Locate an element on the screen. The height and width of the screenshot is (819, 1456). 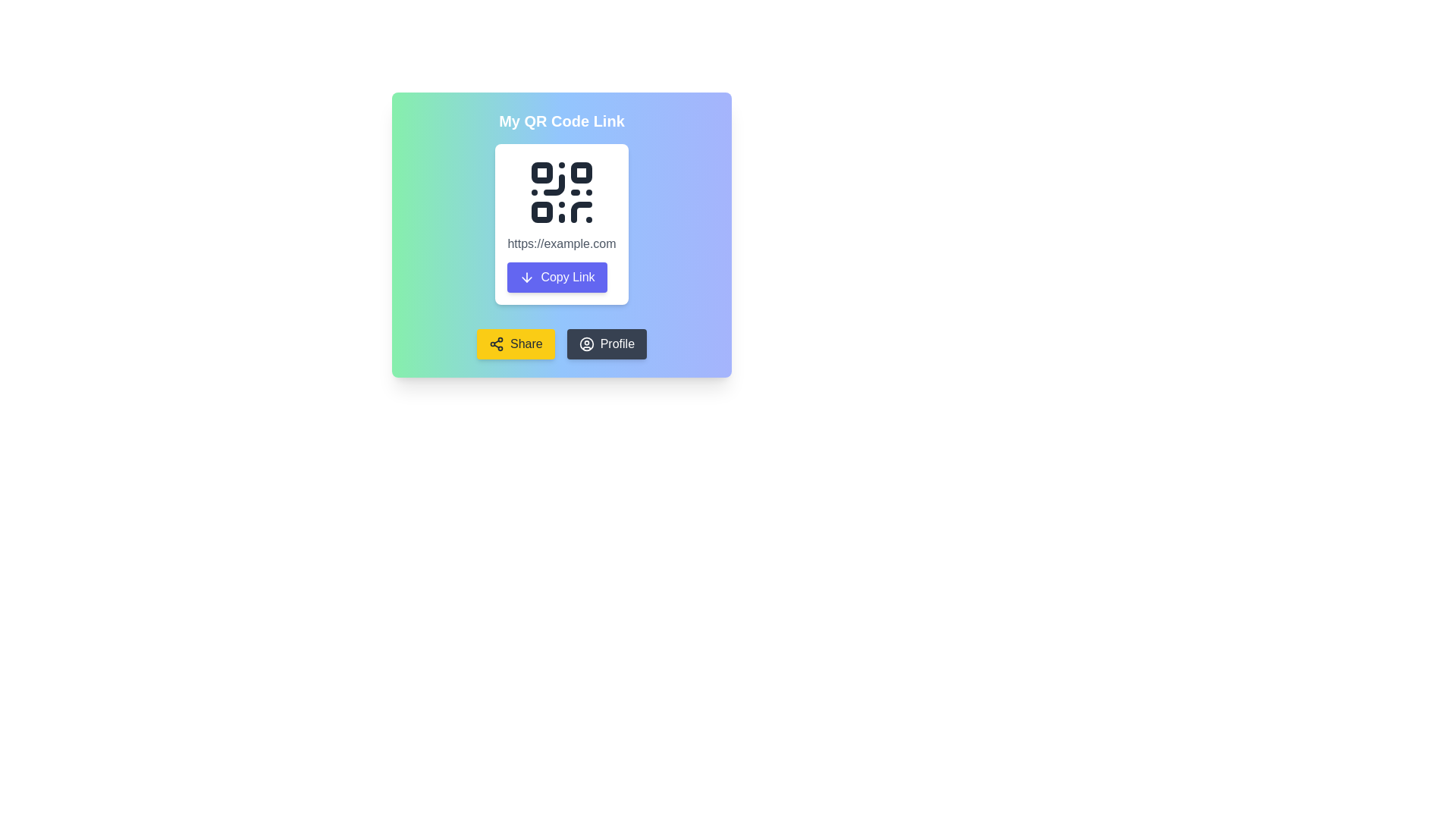
the outermost circular layer of the user profile icon, which is defined as an SVG Circle with a uniform radius and thickness is located at coordinates (585, 344).